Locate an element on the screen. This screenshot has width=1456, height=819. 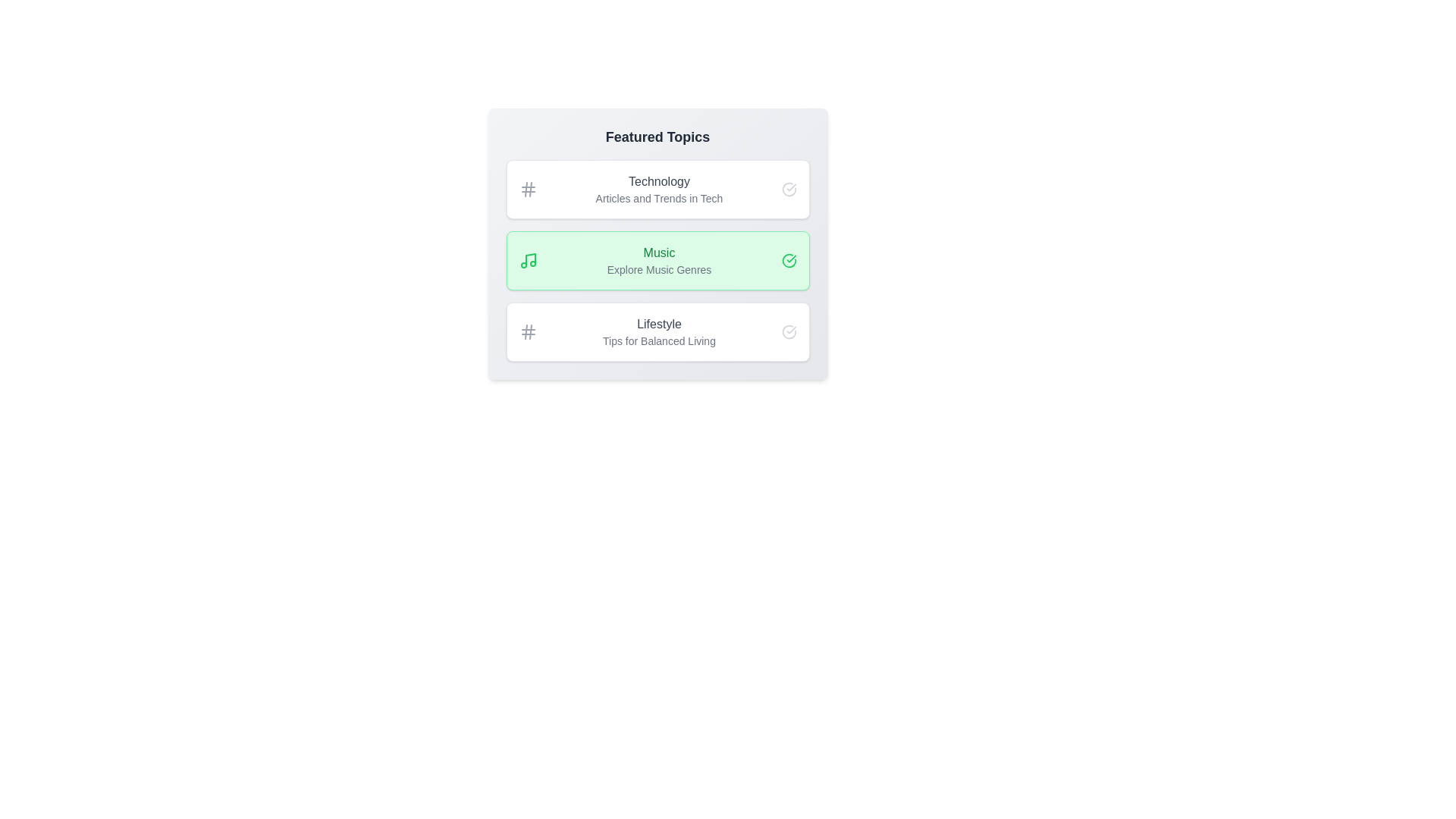
the chip labeled Technology is located at coordinates (657, 189).